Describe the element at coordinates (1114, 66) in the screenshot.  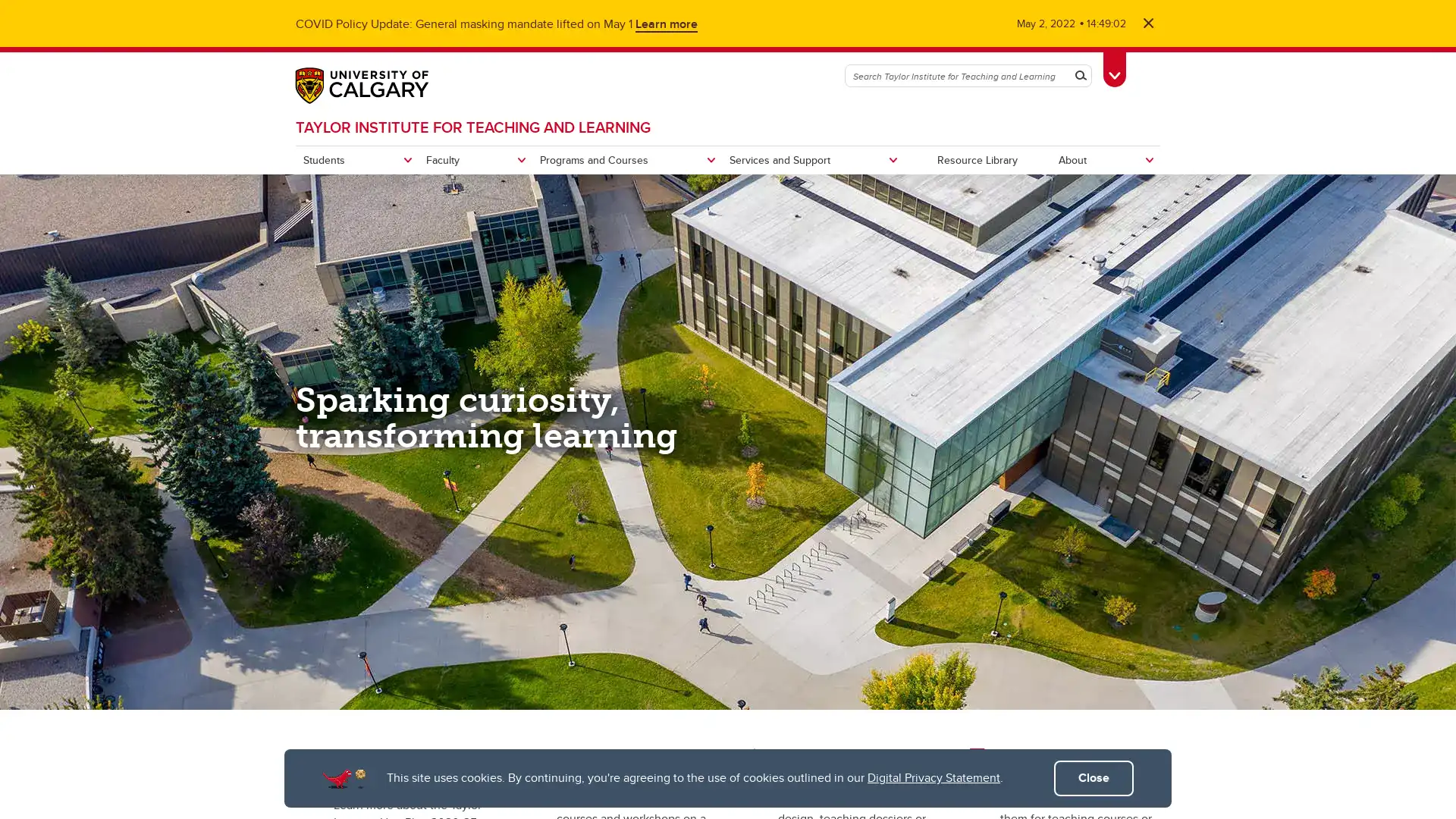
I see `Toggle Toolbox` at that location.